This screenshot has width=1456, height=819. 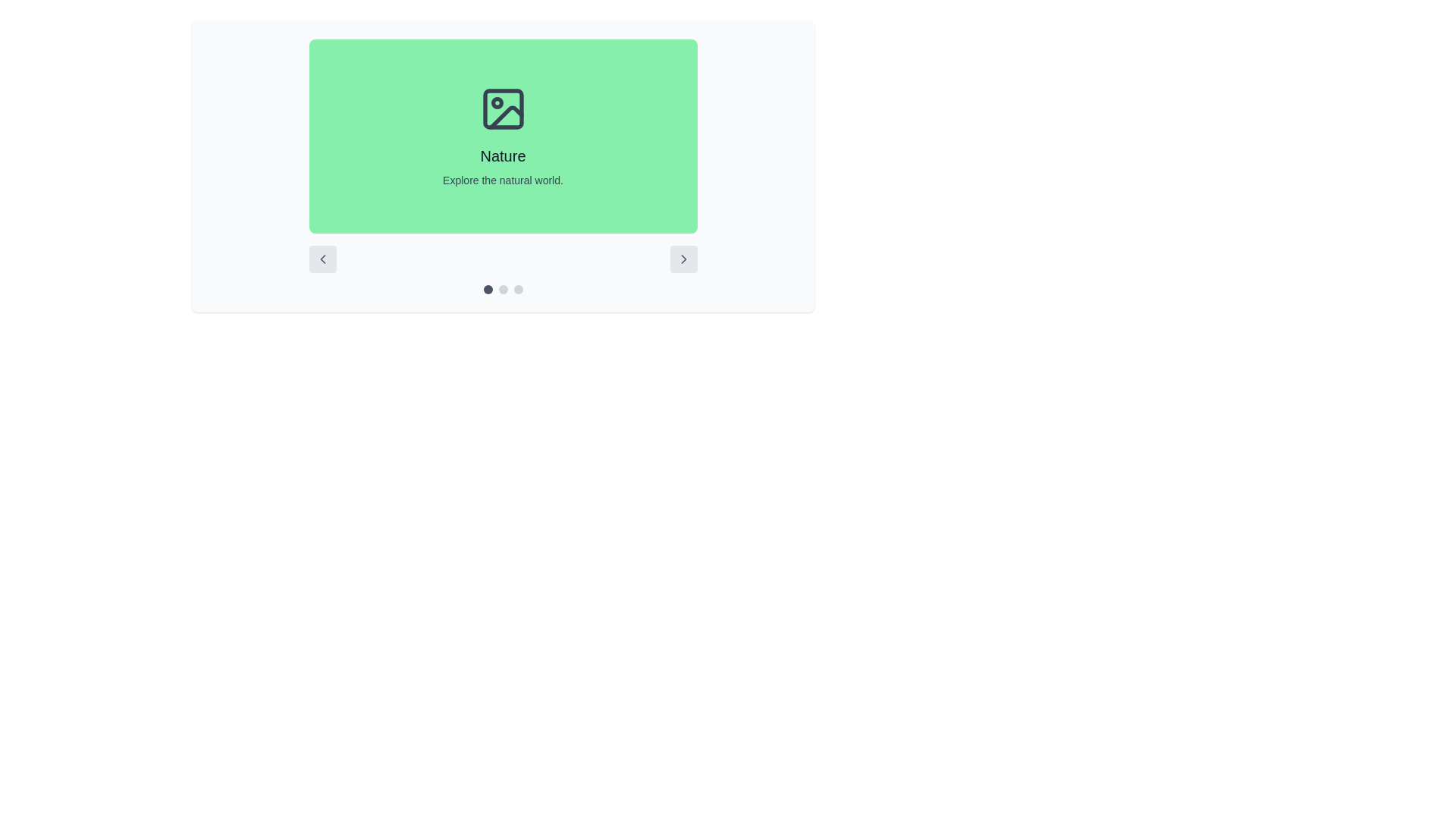 I want to click on the text label displaying 'Explore the natural world.' which is styled with a gray color on a green background, located below the 'Nature' text, so click(x=503, y=180).